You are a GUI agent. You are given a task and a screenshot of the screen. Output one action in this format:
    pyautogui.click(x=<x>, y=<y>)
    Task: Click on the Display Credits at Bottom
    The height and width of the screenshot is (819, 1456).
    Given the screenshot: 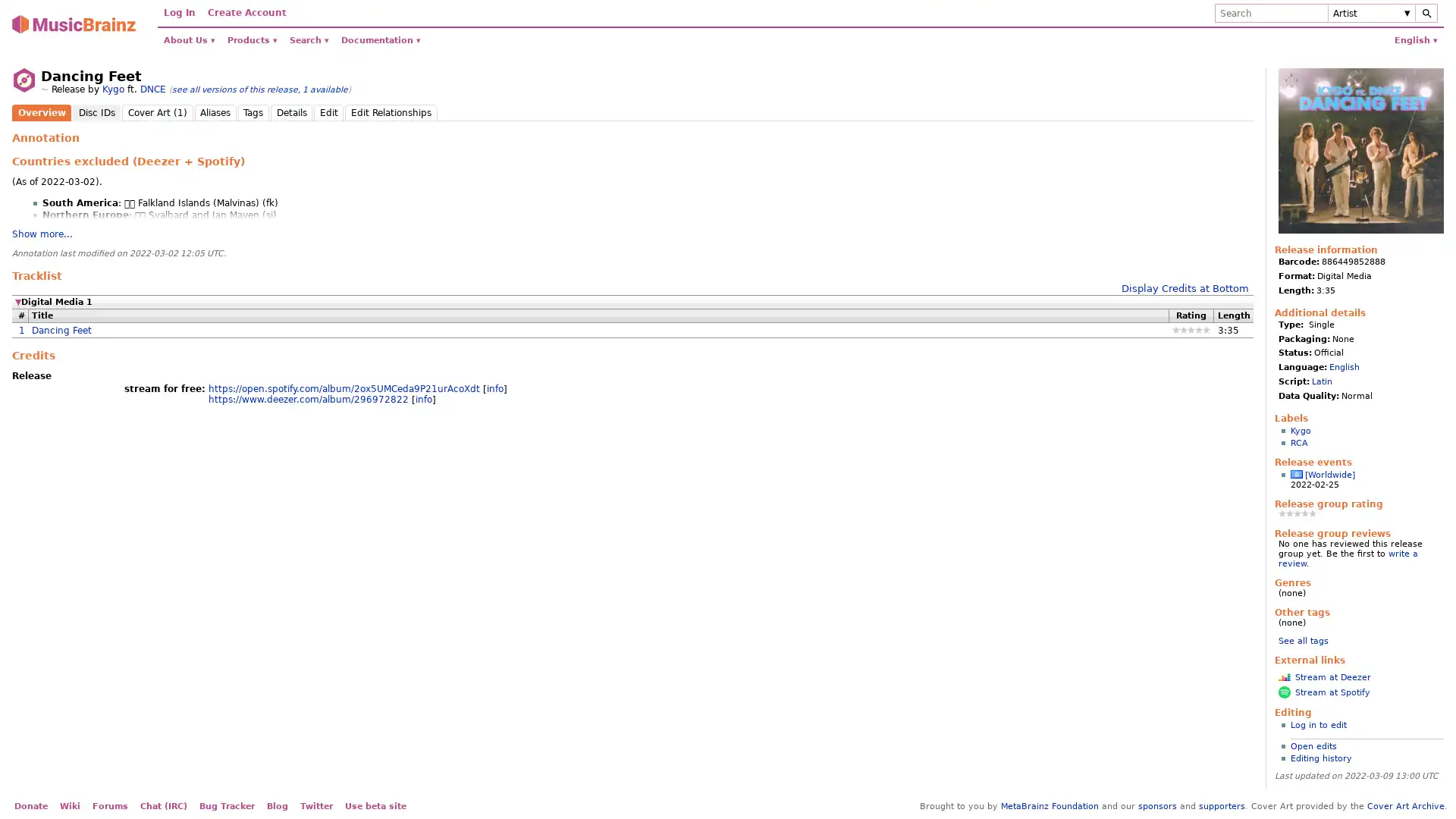 What is the action you would take?
    pyautogui.click(x=1185, y=287)
    